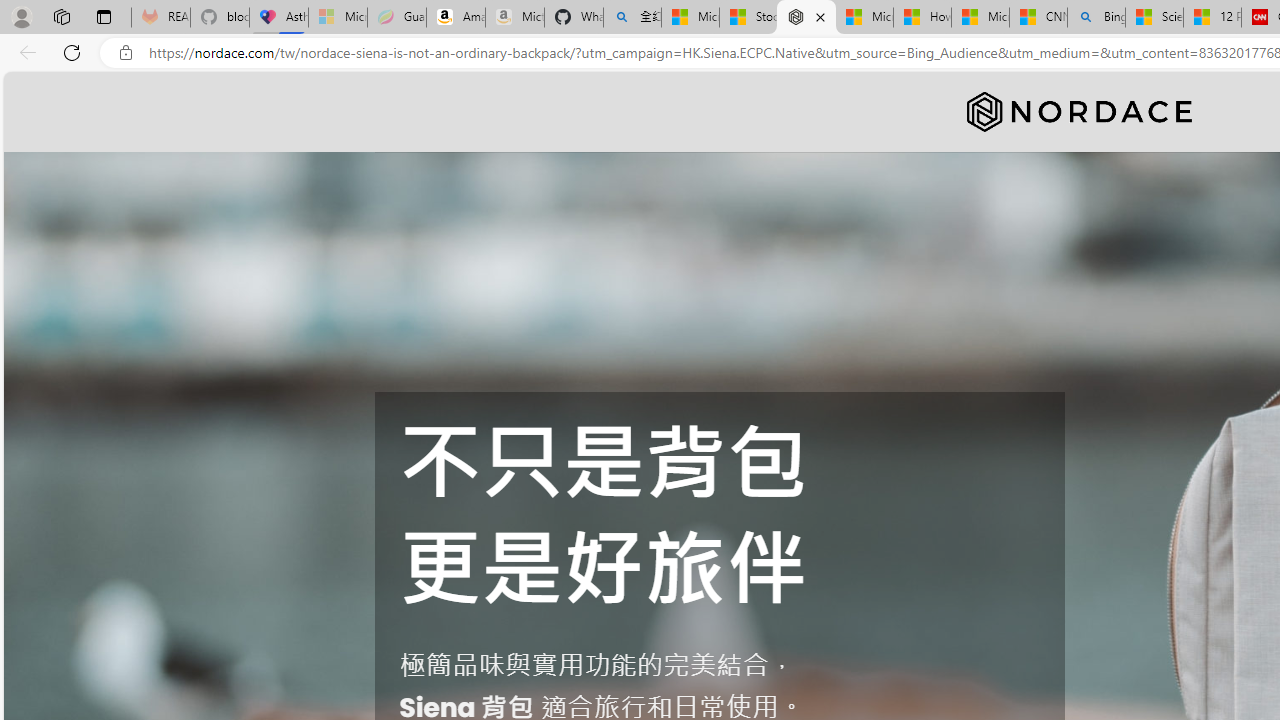  Describe the element at coordinates (1038, 17) in the screenshot. I see `'CNN - MSN'` at that location.